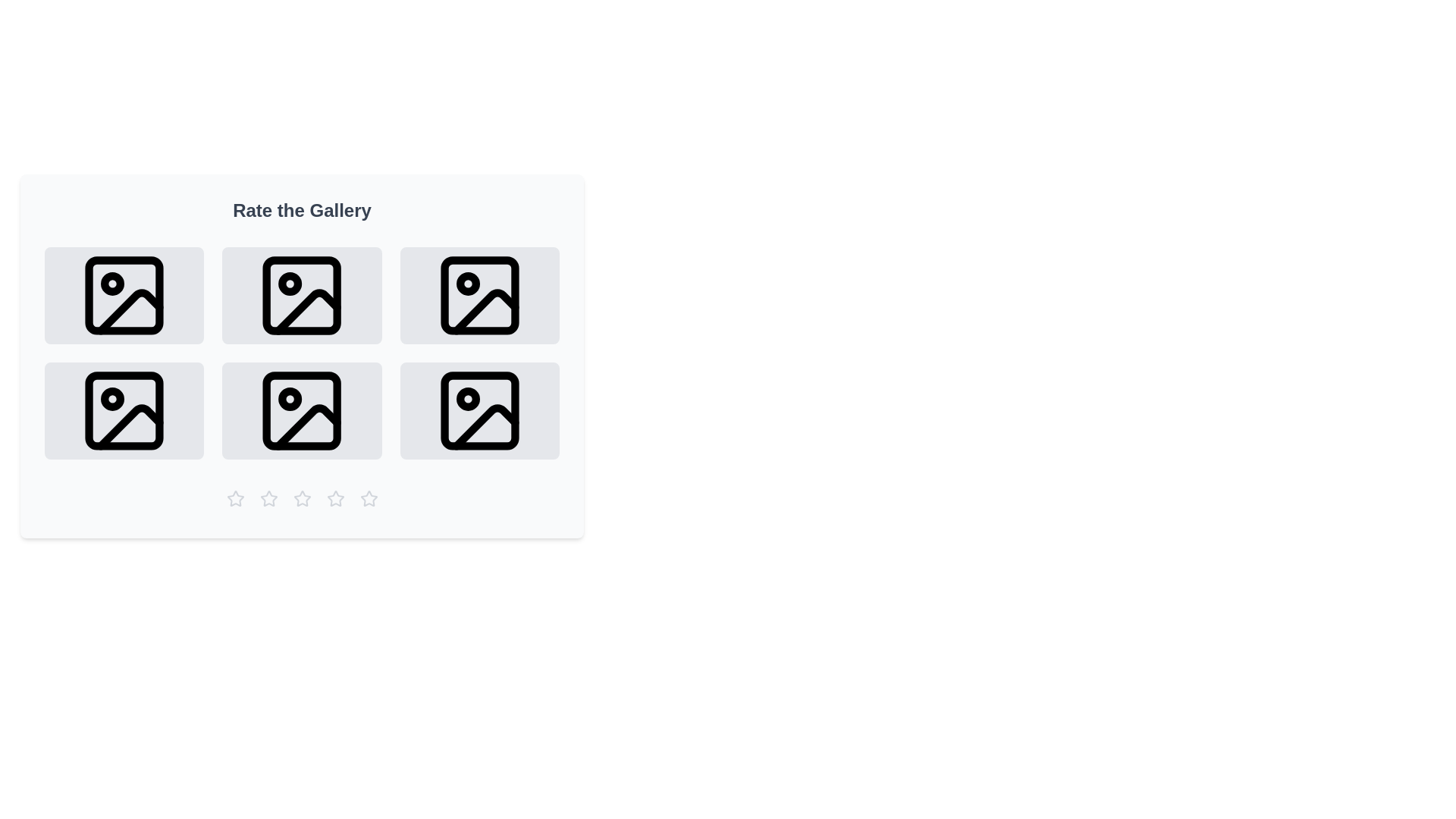 Image resolution: width=1456 pixels, height=819 pixels. I want to click on the gallery rating to 2 stars by clicking the corresponding star, so click(268, 499).